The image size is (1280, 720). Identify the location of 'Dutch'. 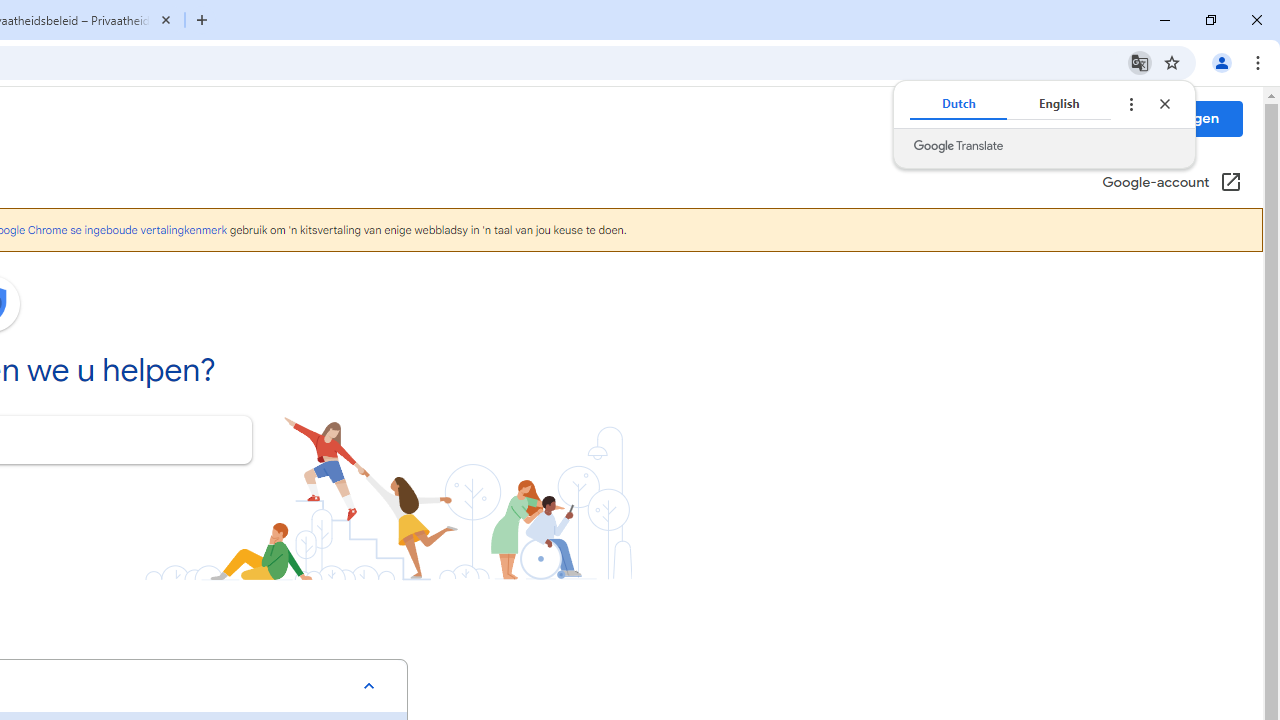
(957, 104).